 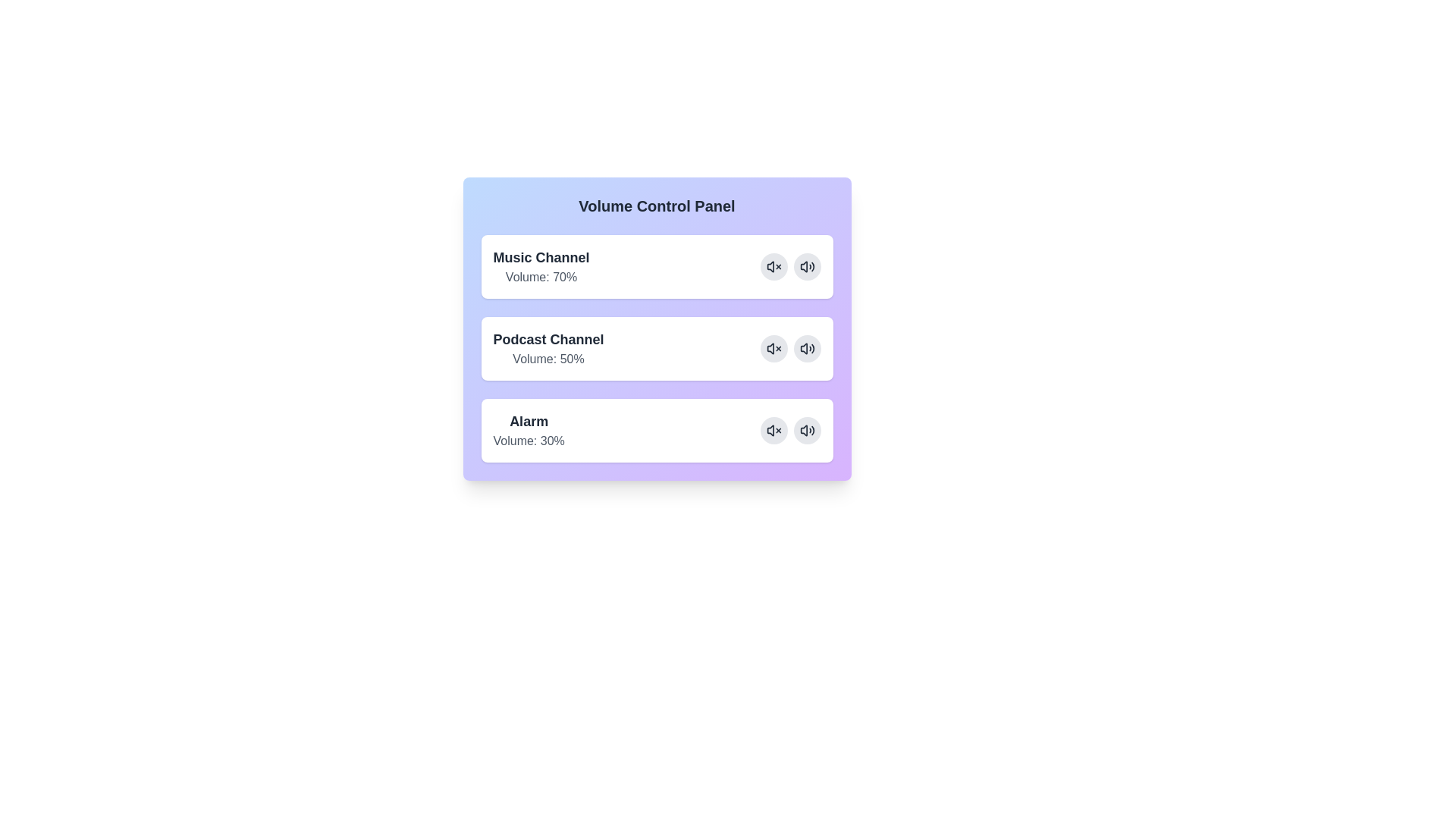 What do you see at coordinates (806, 265) in the screenshot?
I see `increase volume button for the Music Channel` at bounding box center [806, 265].